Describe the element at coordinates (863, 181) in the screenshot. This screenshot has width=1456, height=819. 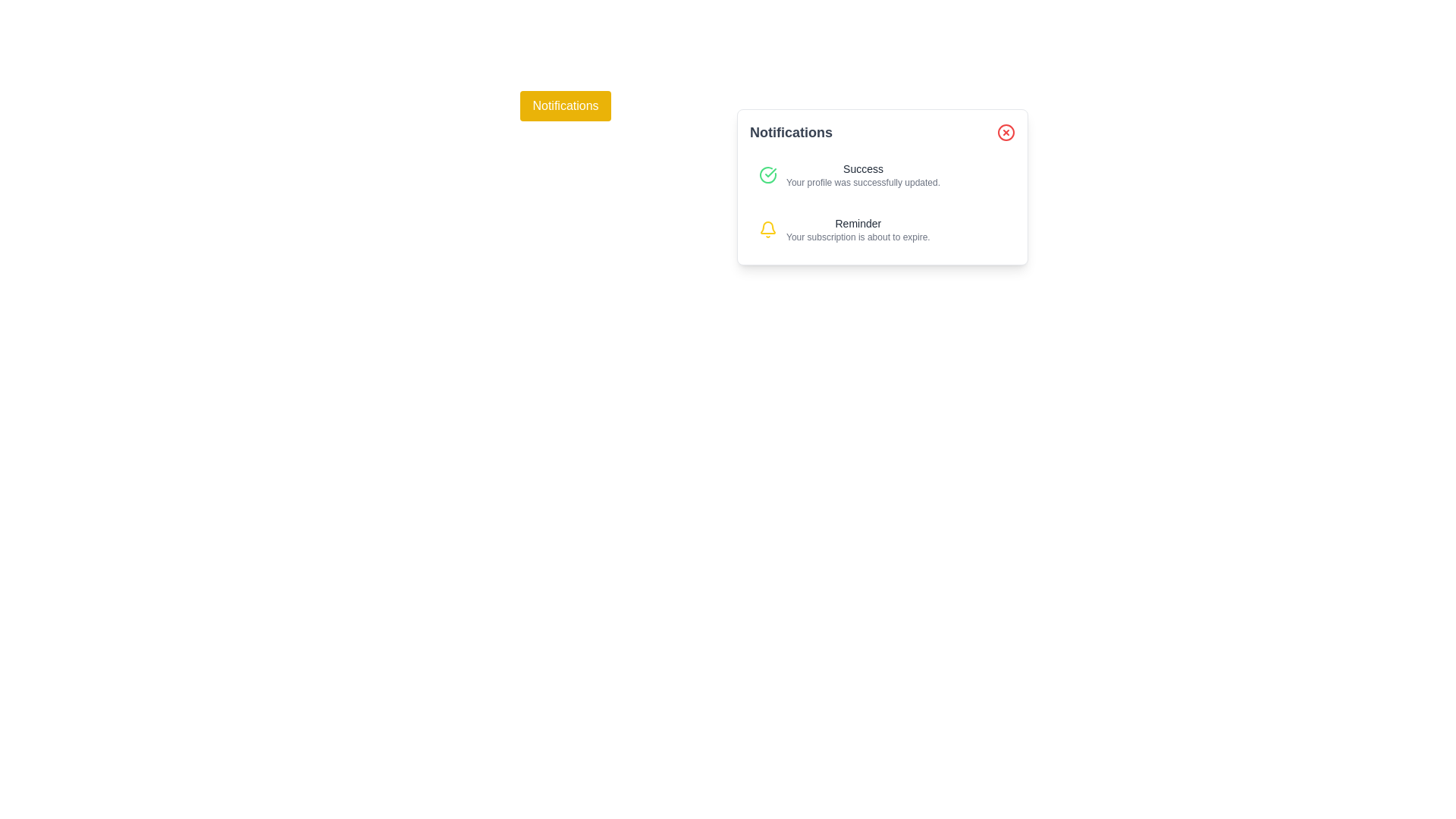
I see `the feedback text element that indicates a successful profile update, located below the 'Success' text in the notification component` at that location.